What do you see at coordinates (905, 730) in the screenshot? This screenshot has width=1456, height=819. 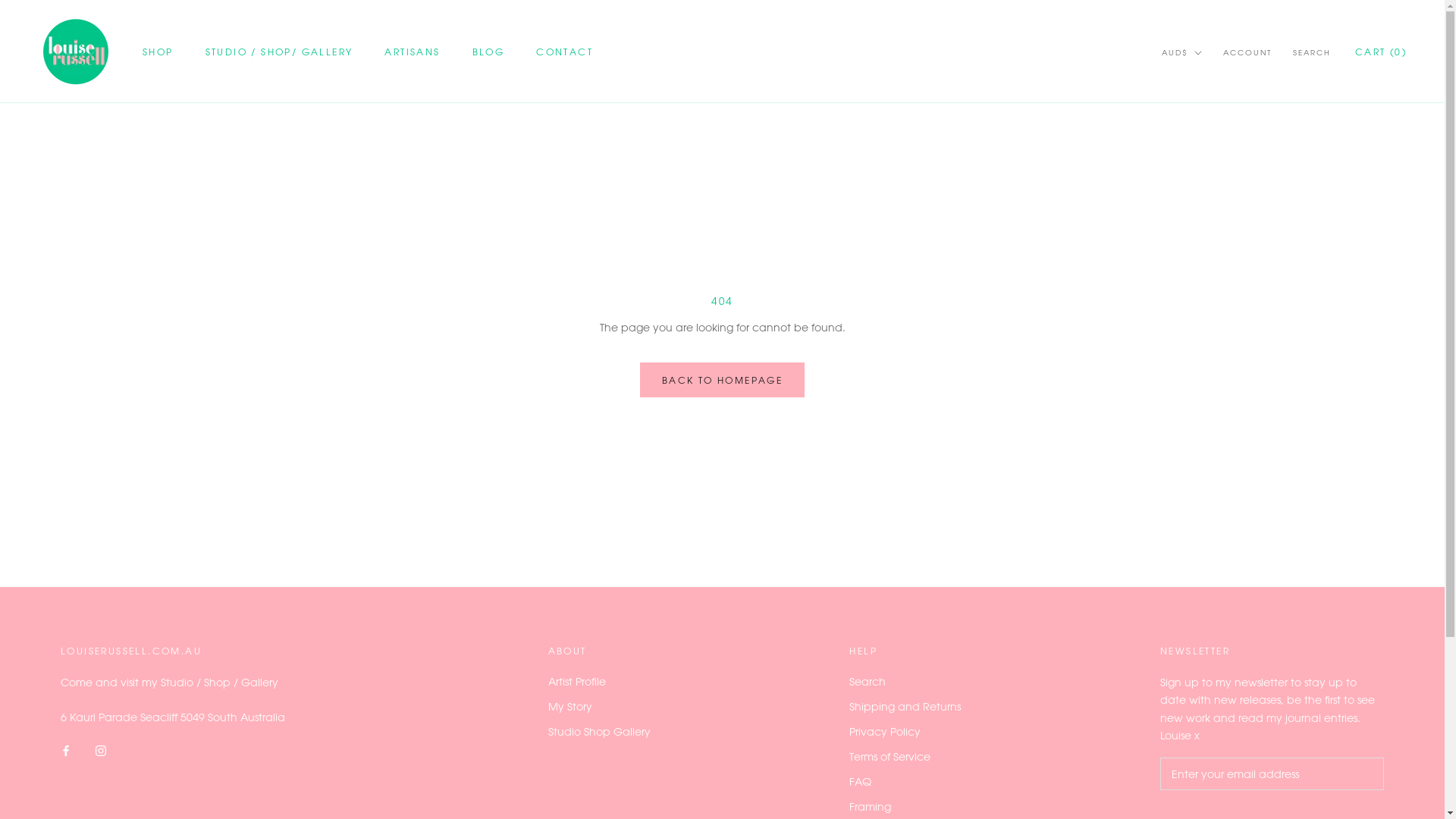 I see `'Privacy Policy'` at bounding box center [905, 730].